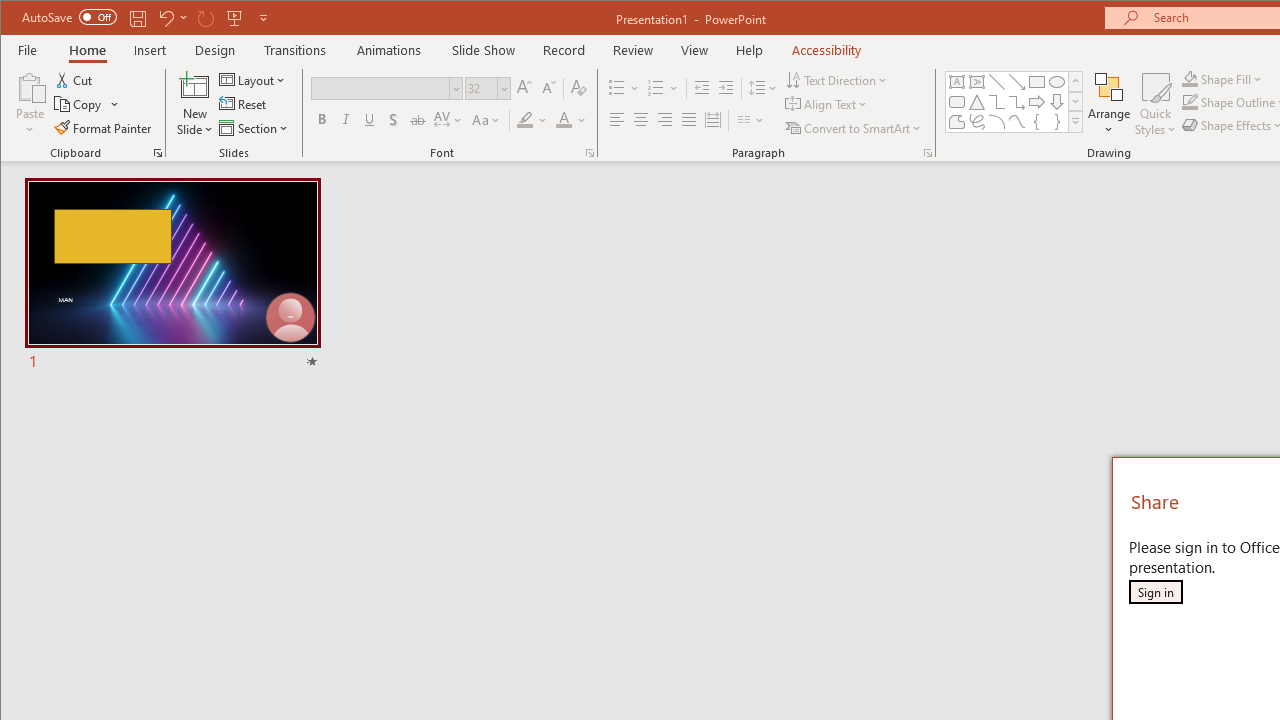 The height and width of the screenshot is (720, 1280). Describe the element at coordinates (763, 87) in the screenshot. I see `'Line Spacing'` at that location.